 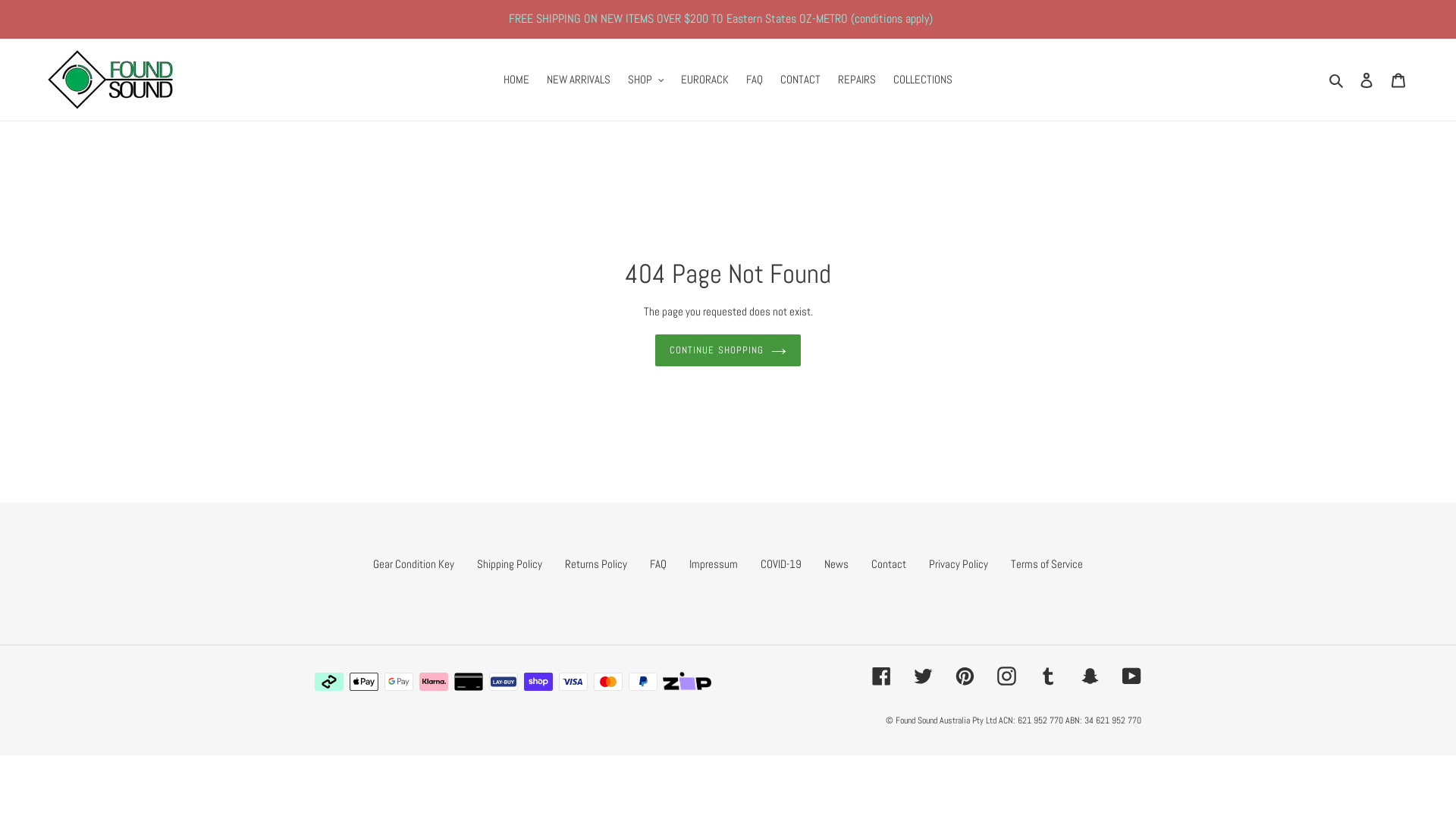 What do you see at coordinates (516, 80) in the screenshot?
I see `'HOME'` at bounding box center [516, 80].